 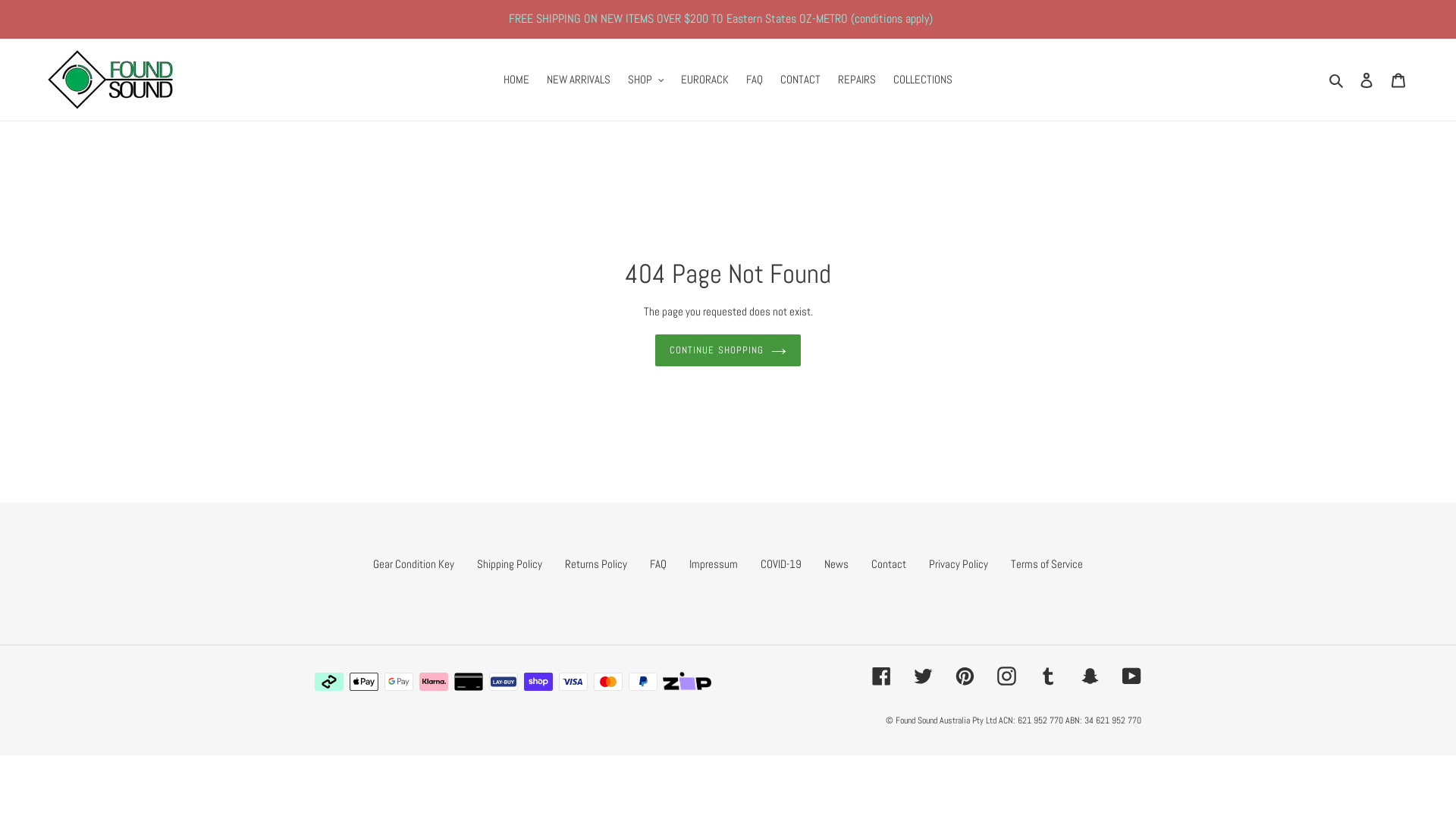 What do you see at coordinates (516, 80) in the screenshot?
I see `'HOME'` at bounding box center [516, 80].